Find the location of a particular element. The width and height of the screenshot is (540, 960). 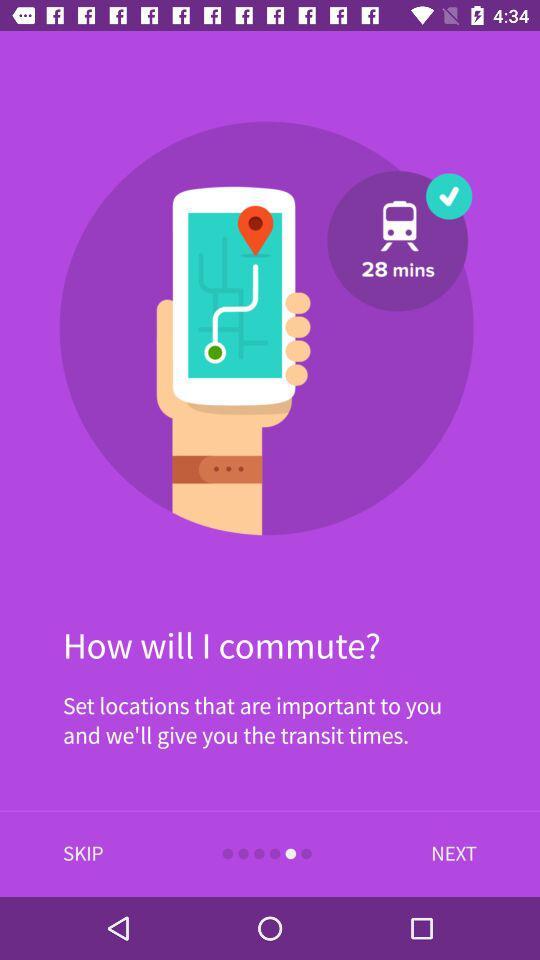

item at the bottom right corner is located at coordinates (449, 853).